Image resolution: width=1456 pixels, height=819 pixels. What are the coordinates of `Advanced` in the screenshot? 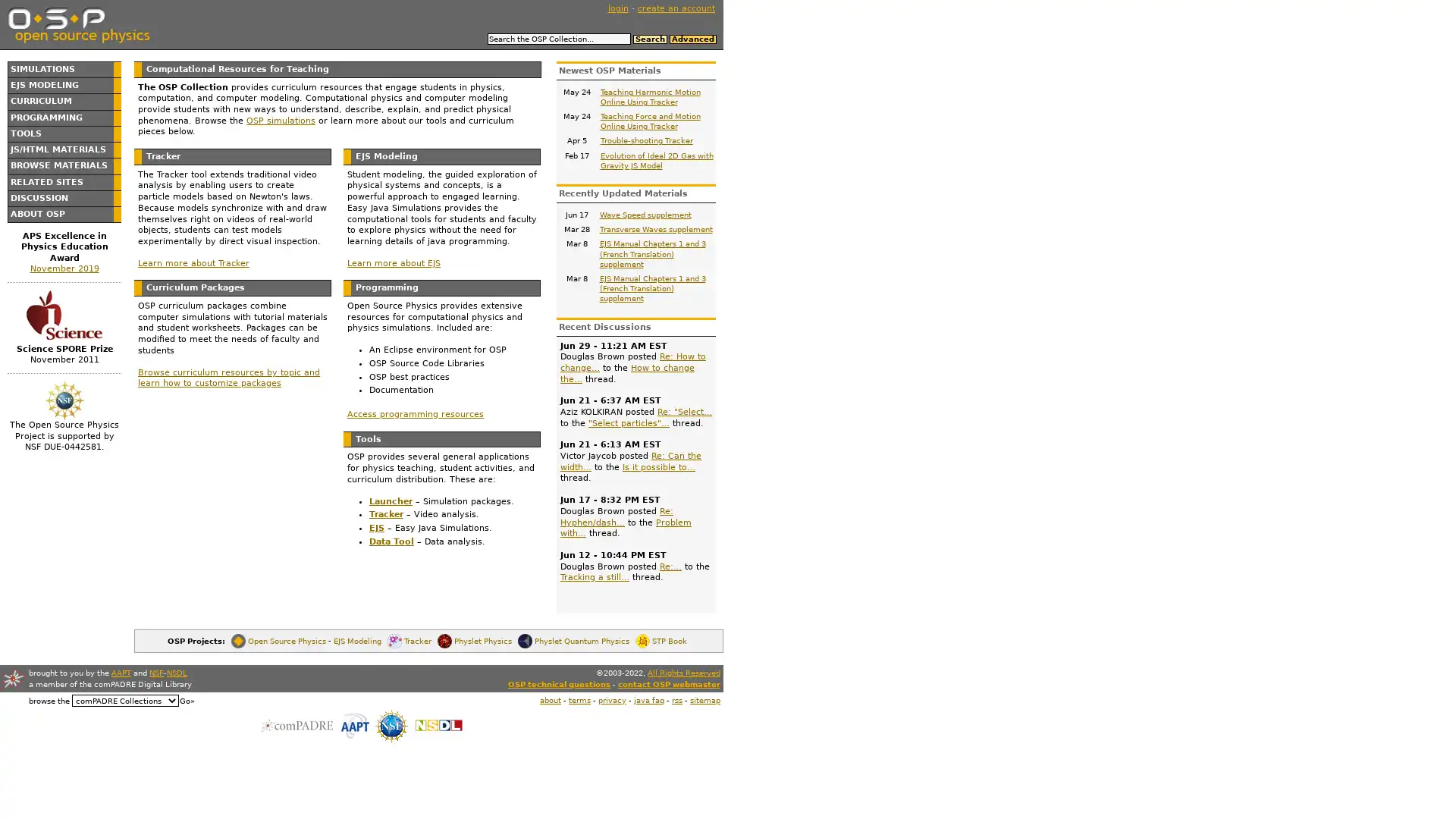 It's located at (691, 38).